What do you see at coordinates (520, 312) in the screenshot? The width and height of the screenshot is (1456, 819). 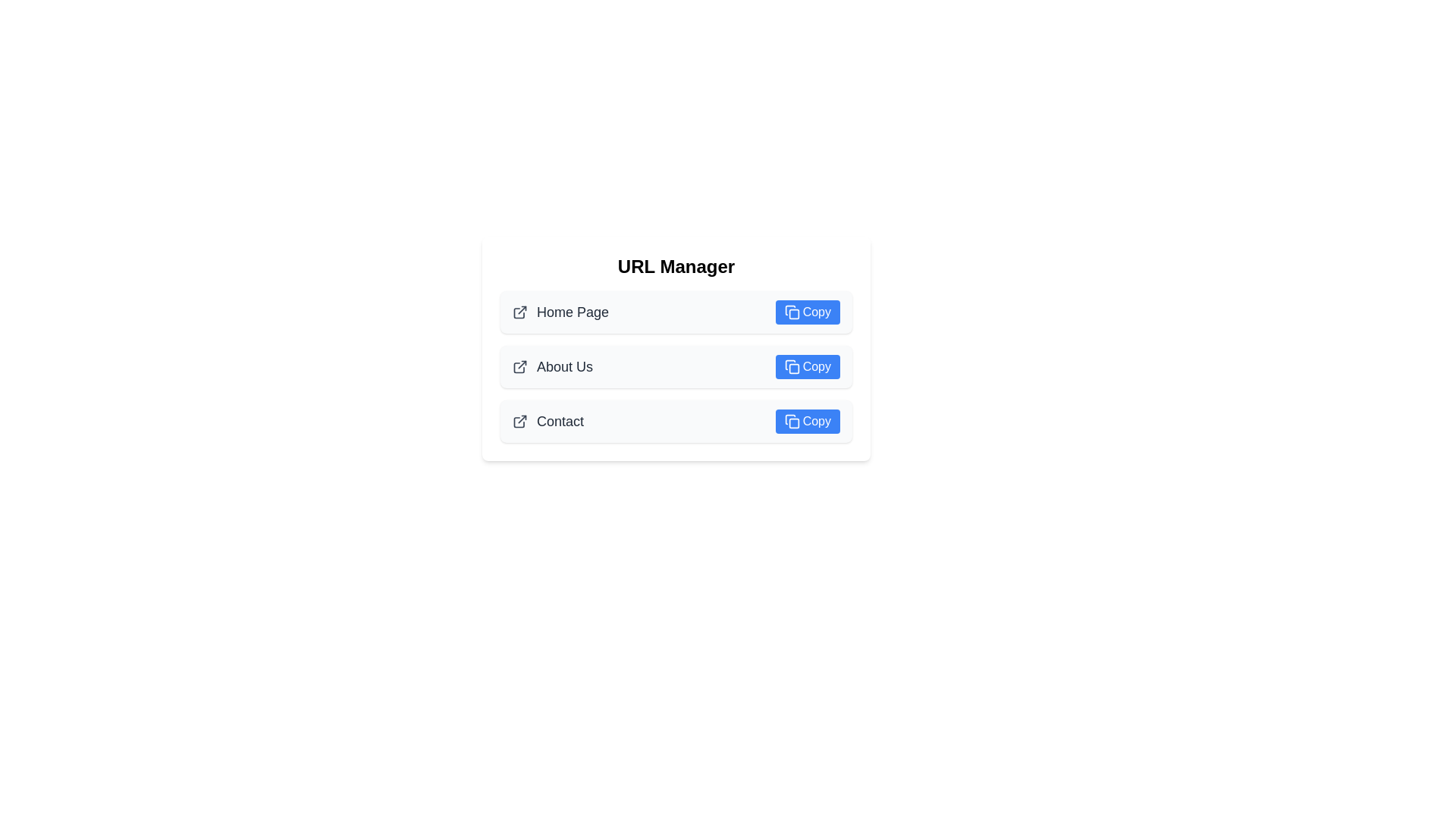 I see `the icon that indicates the 'Home Page' link, which is located to the immediate left of the text 'Home Page'` at bounding box center [520, 312].